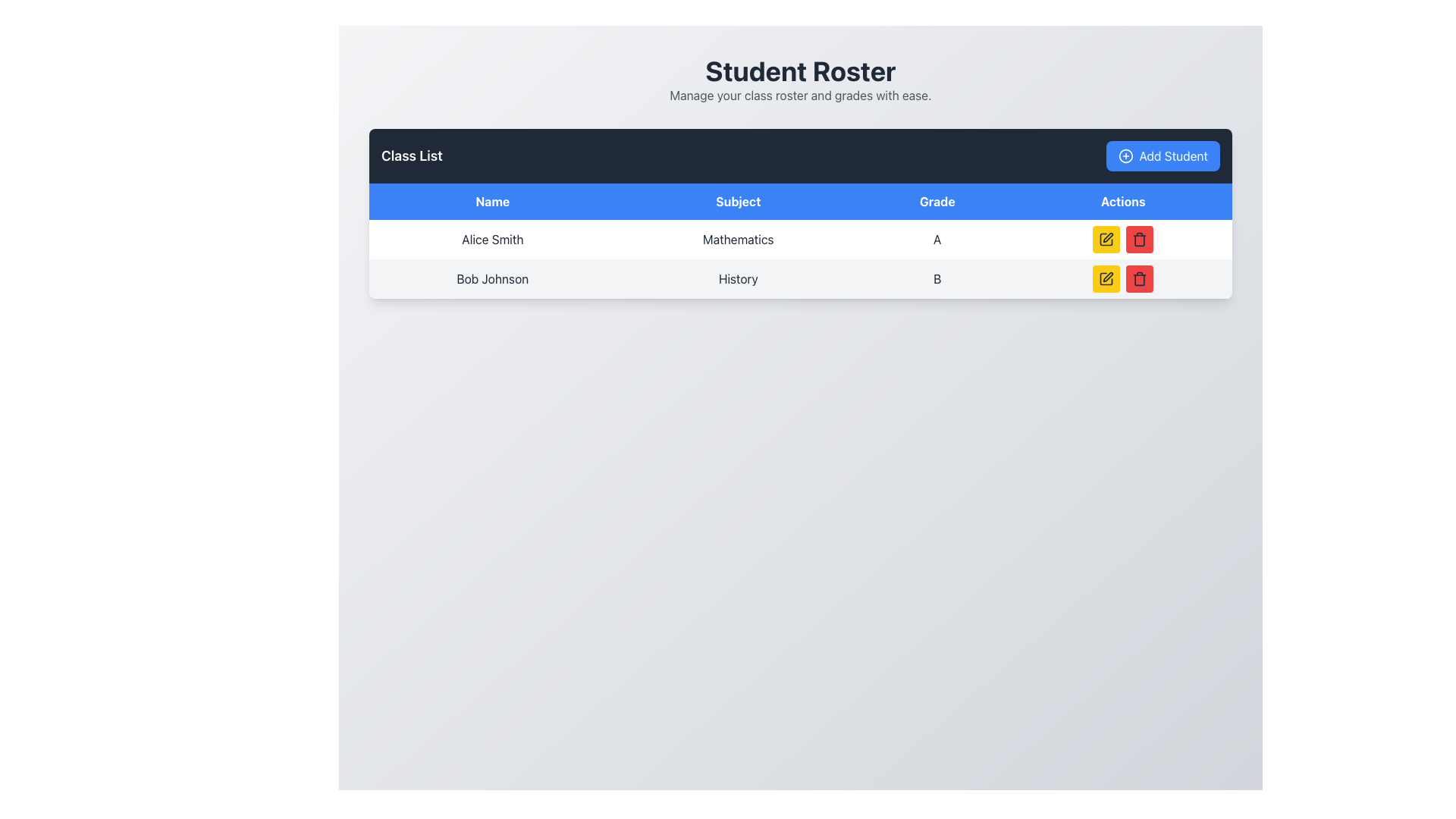 The image size is (1456, 819). What do you see at coordinates (1139, 239) in the screenshot?
I see `the trash can icon button located in the last column of the second row in the table` at bounding box center [1139, 239].